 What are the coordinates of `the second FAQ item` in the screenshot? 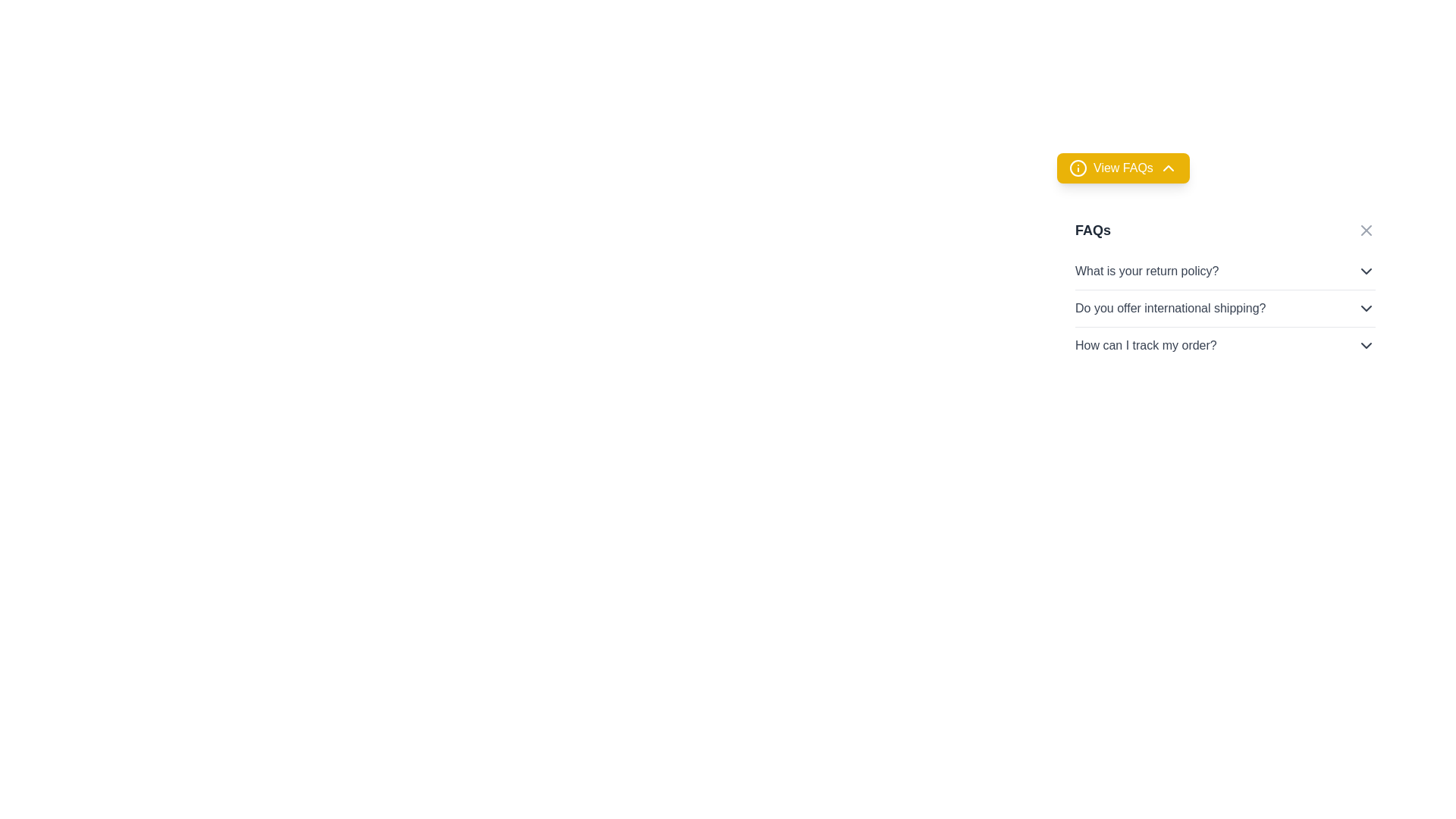 It's located at (1225, 292).